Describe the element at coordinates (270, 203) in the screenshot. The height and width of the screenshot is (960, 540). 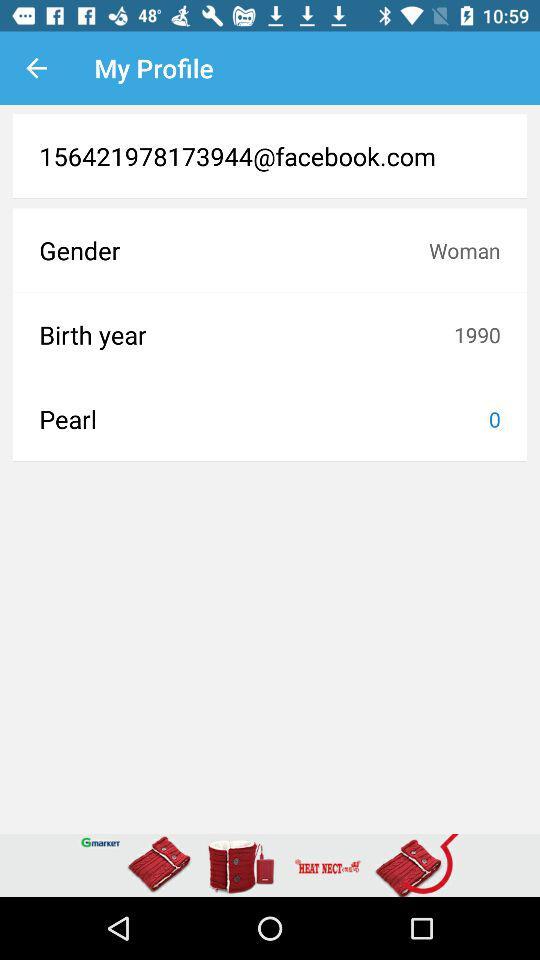
I see `the item above the gender icon` at that location.